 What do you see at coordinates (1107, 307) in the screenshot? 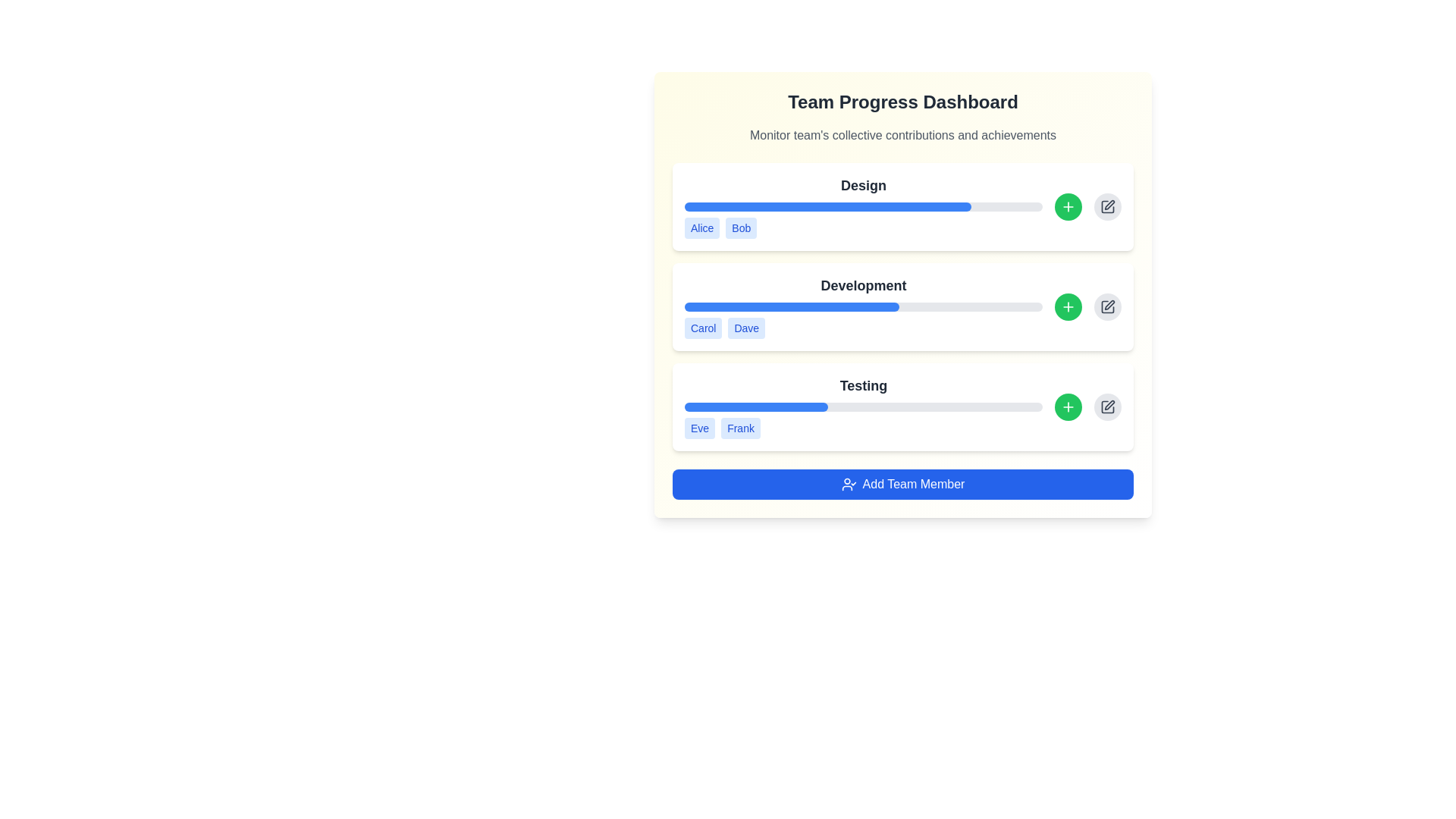
I see `the circular edit button with a pencil symbol located in the 'Development' section to trigger the tooltip` at bounding box center [1107, 307].